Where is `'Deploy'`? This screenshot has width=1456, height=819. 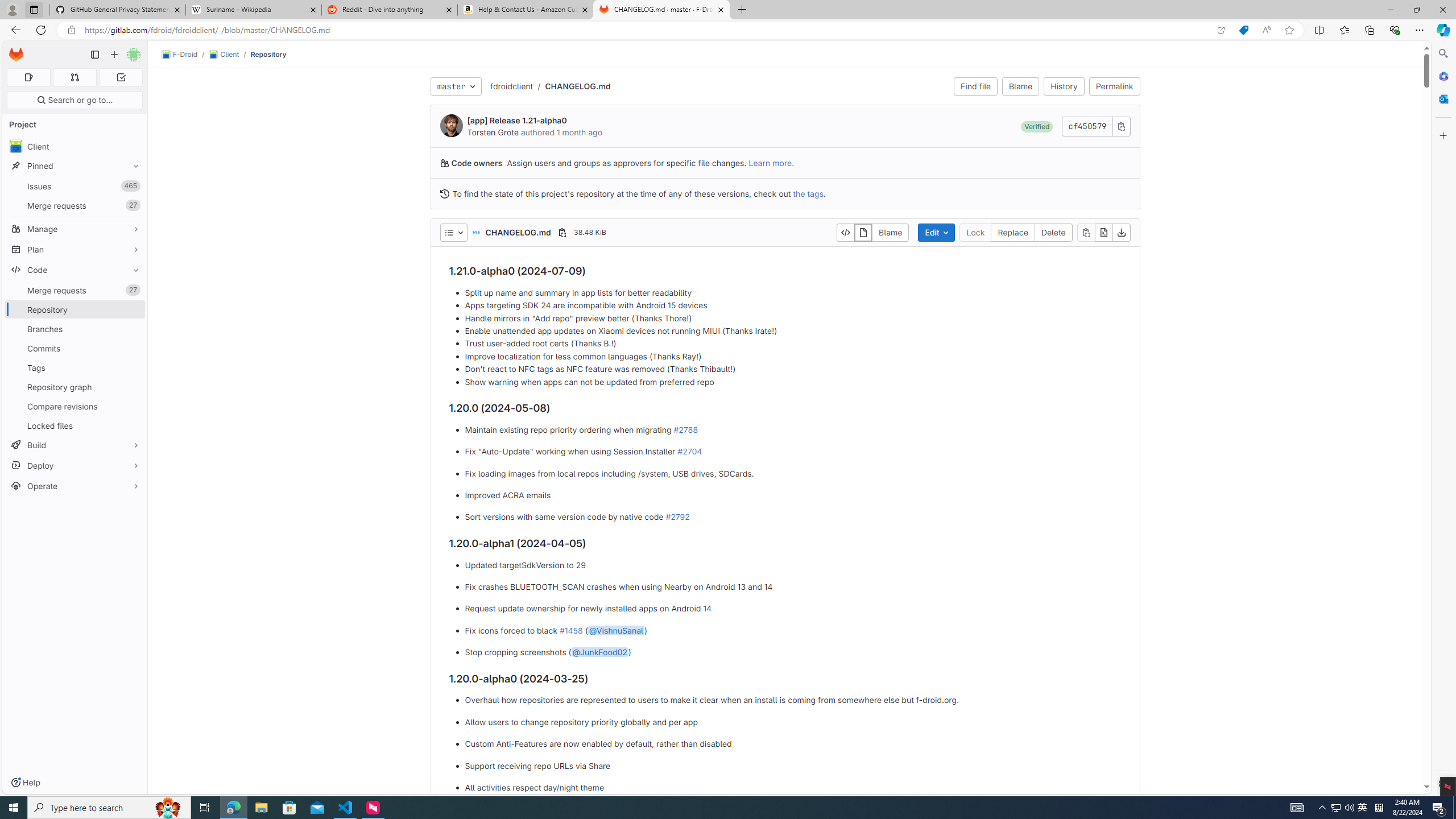 'Deploy' is located at coordinates (74, 465).